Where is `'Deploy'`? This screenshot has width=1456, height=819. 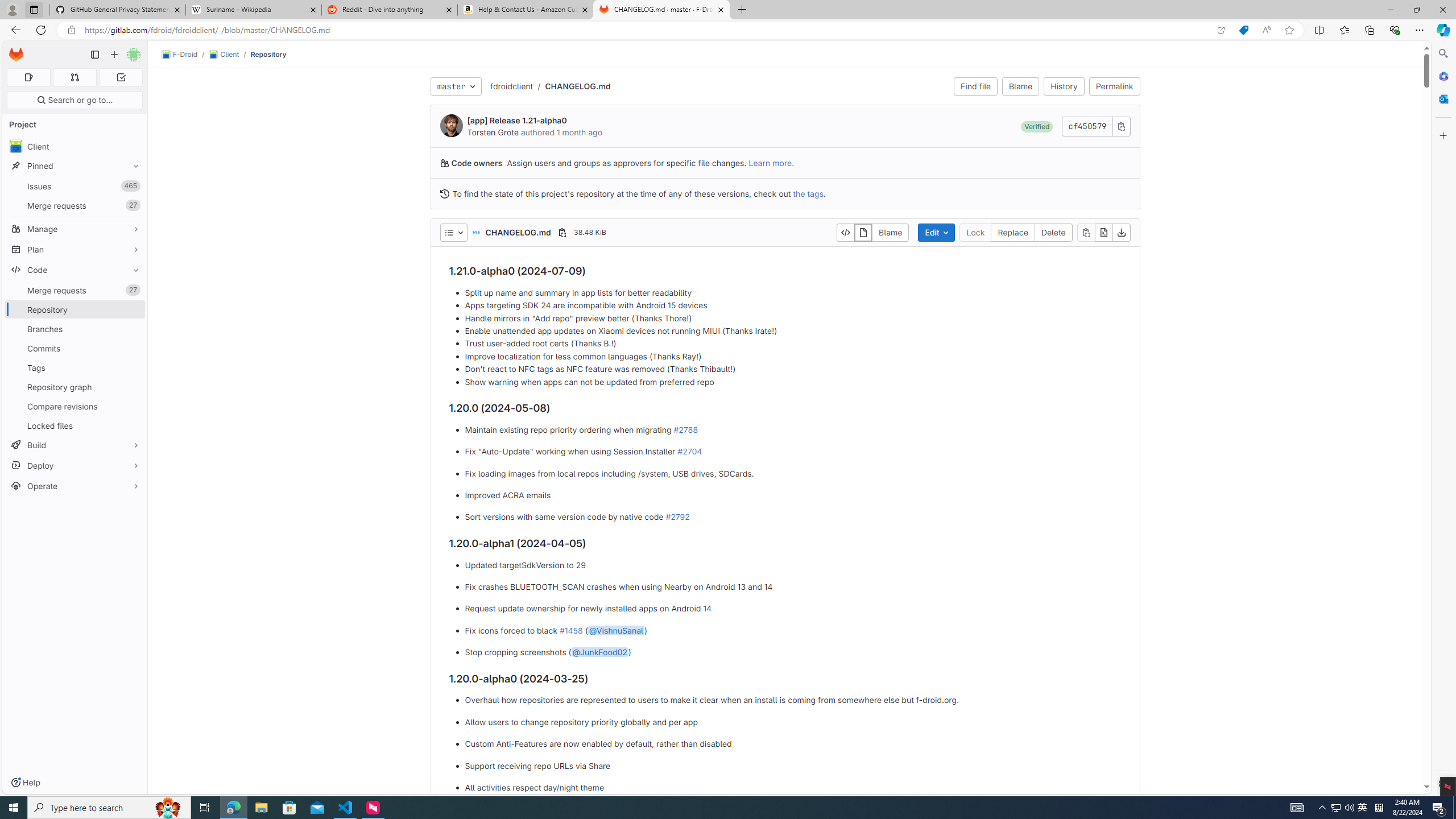 'Deploy' is located at coordinates (74, 465).